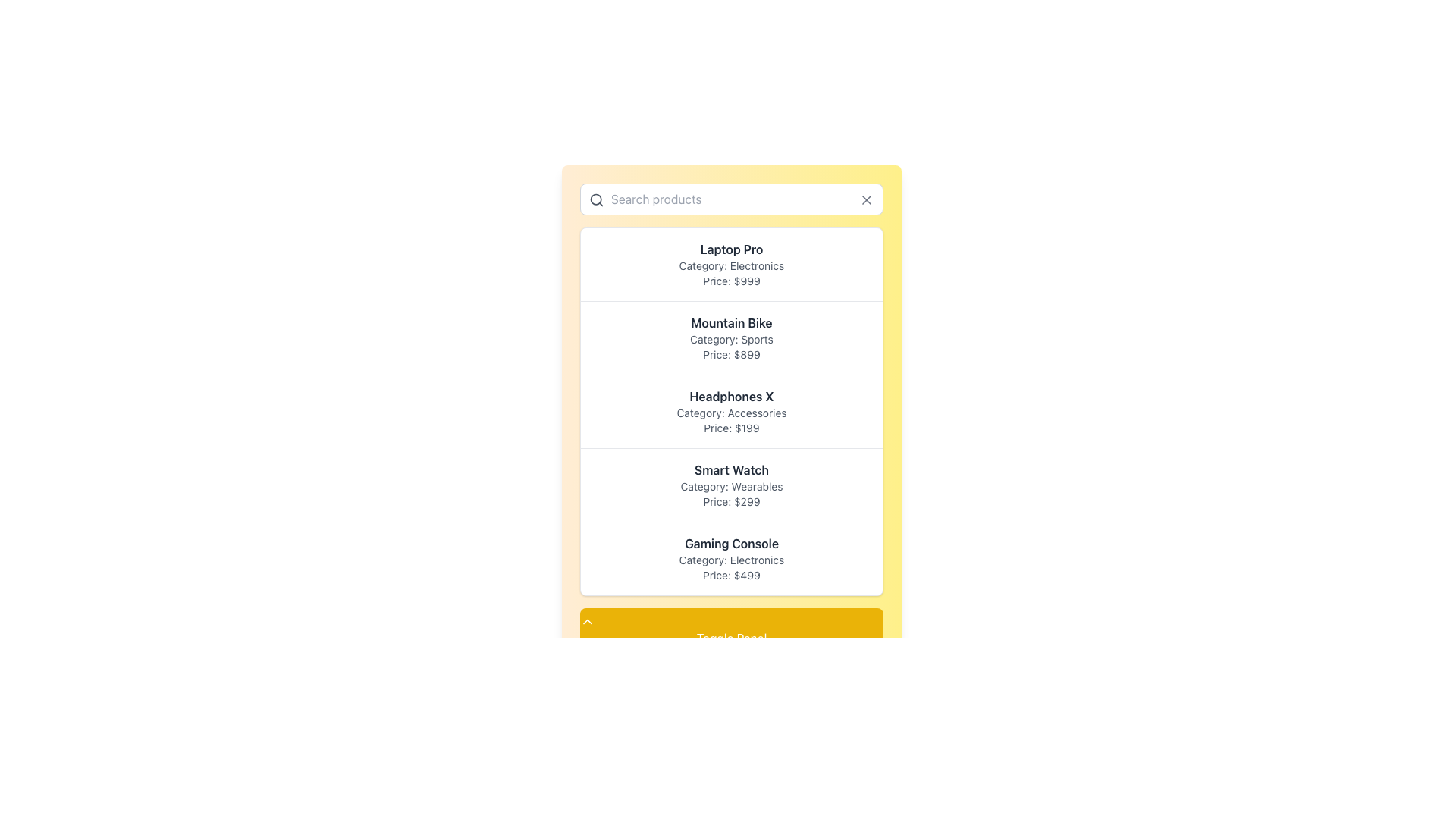 This screenshot has width=1456, height=819. I want to click on the circular graphical element that is part of the search icon, located at the top-left corner of the search bar, so click(595, 199).